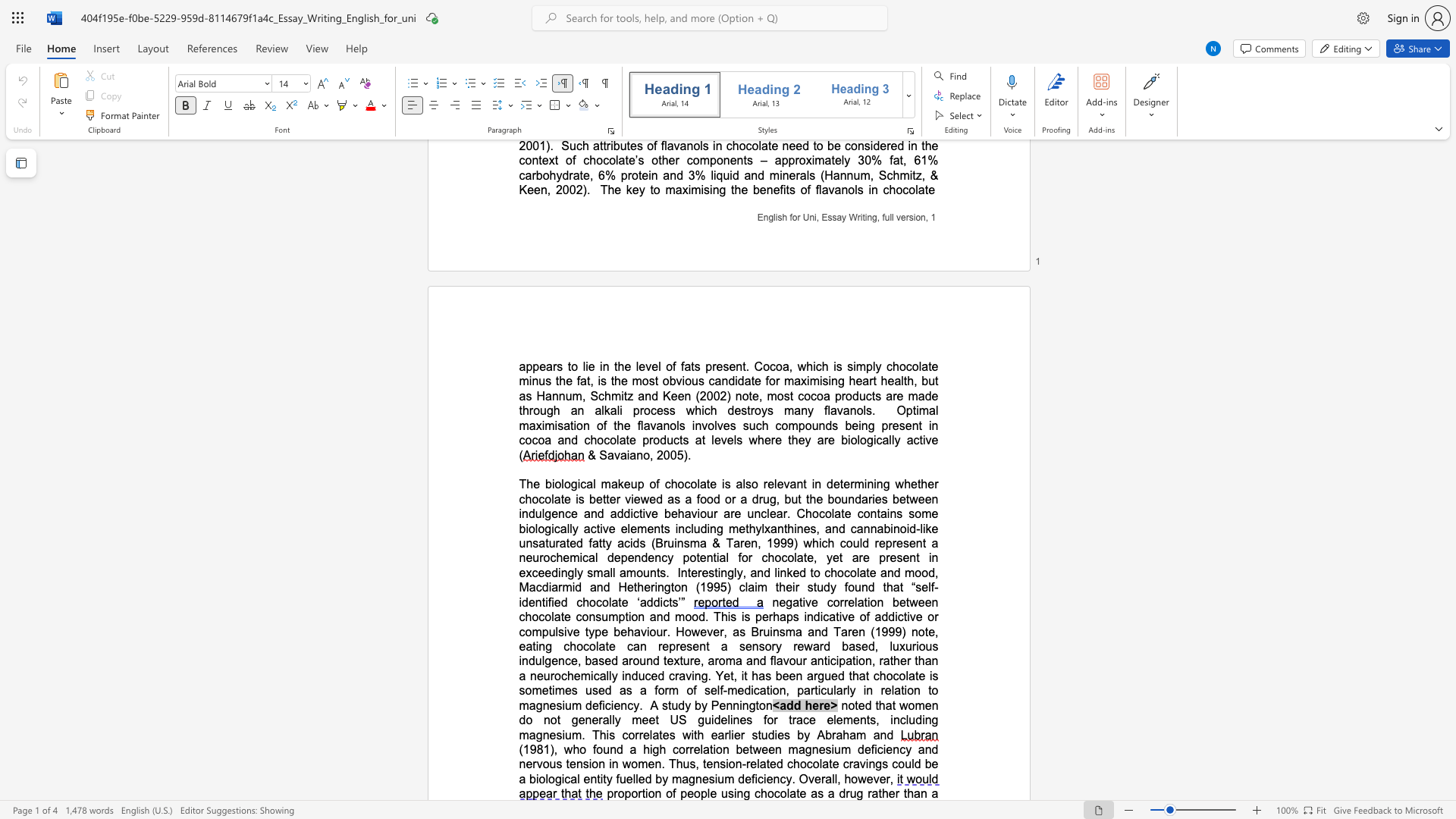 The image size is (1456, 819). I want to click on the subset text "ning" within the text "A study by Pennington", so click(733, 705).